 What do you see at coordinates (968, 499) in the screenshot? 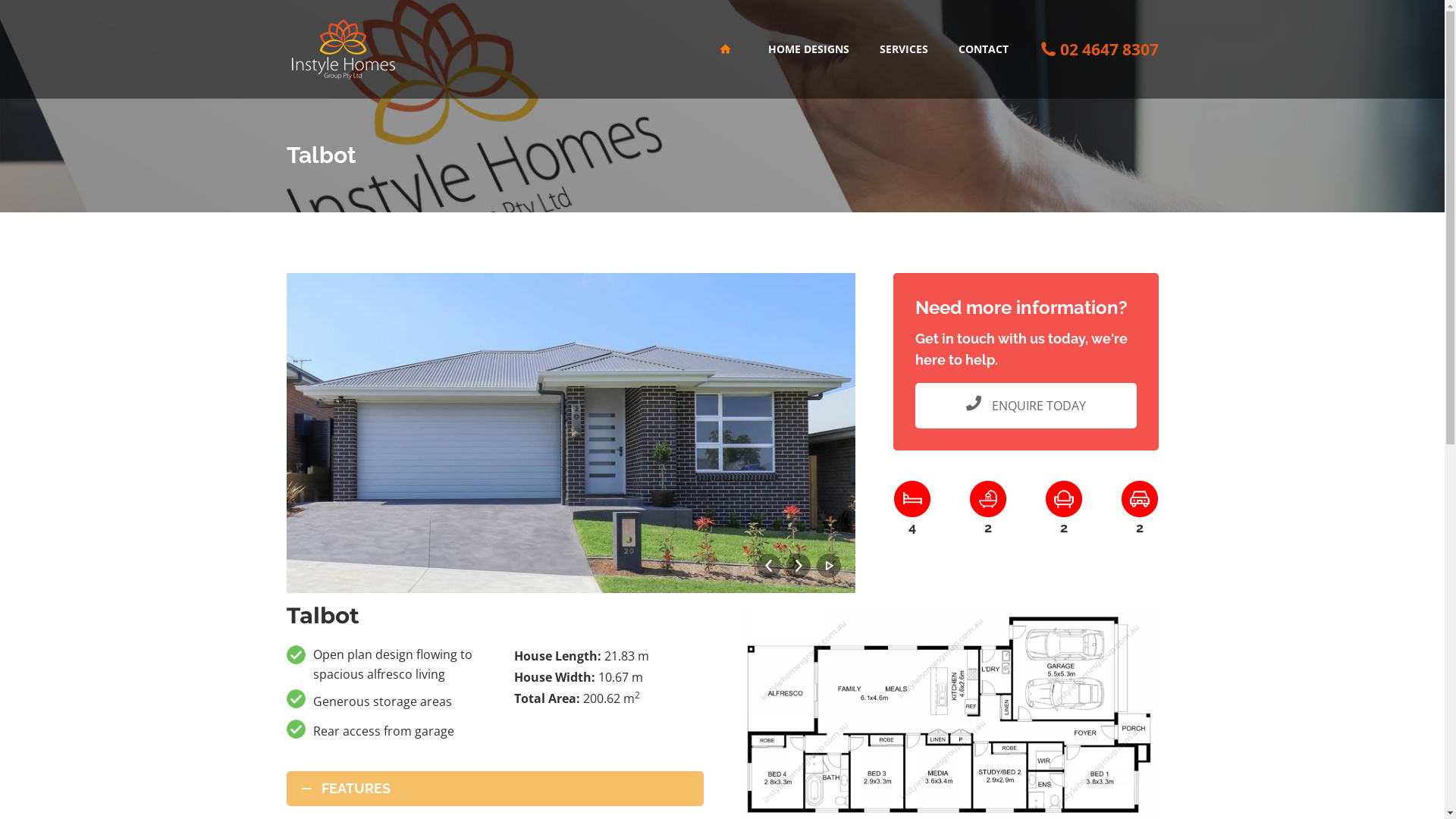
I see `'Bath Rooms'` at bounding box center [968, 499].